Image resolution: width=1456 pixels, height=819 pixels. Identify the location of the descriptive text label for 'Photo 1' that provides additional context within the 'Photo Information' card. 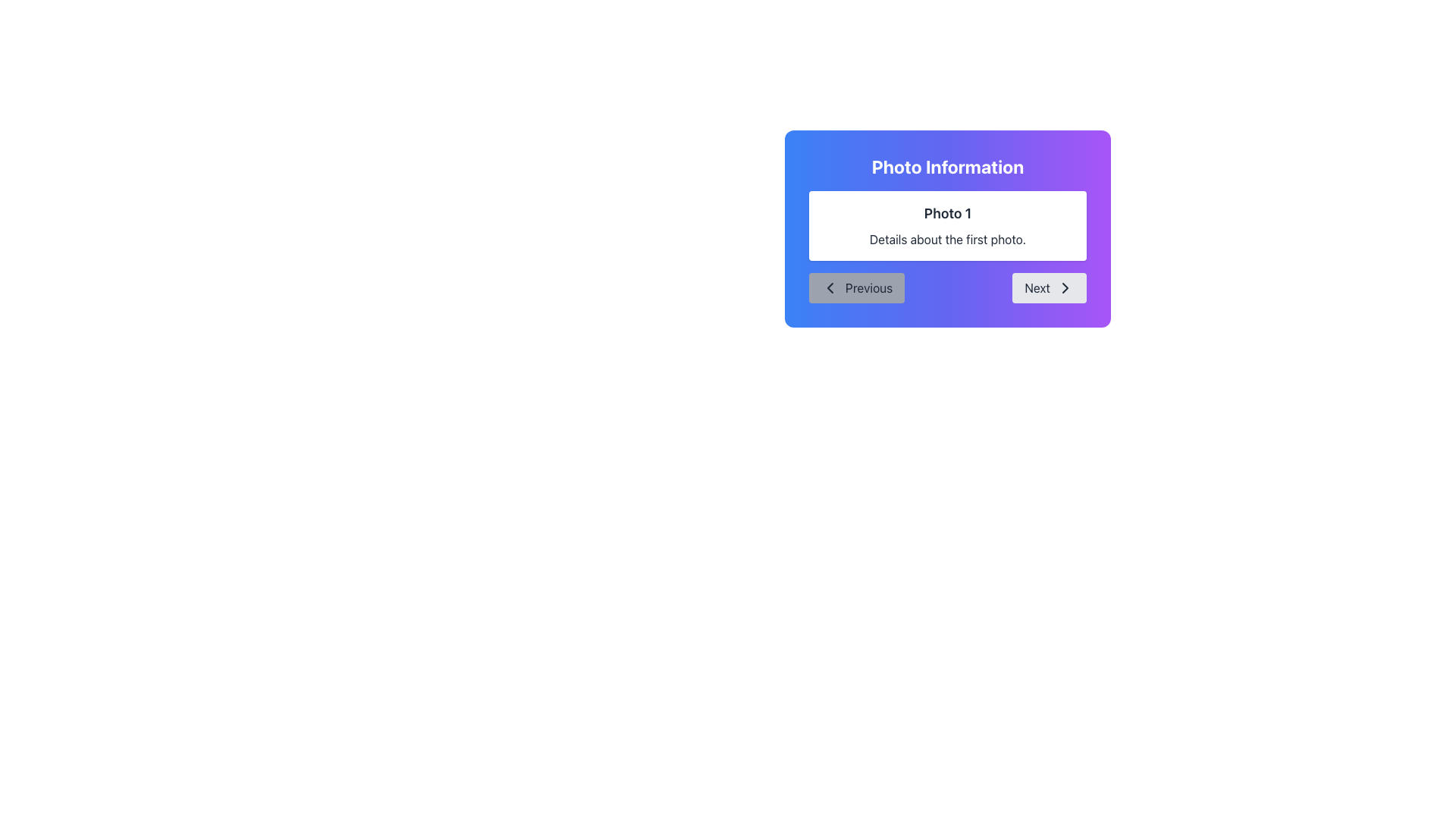
(946, 239).